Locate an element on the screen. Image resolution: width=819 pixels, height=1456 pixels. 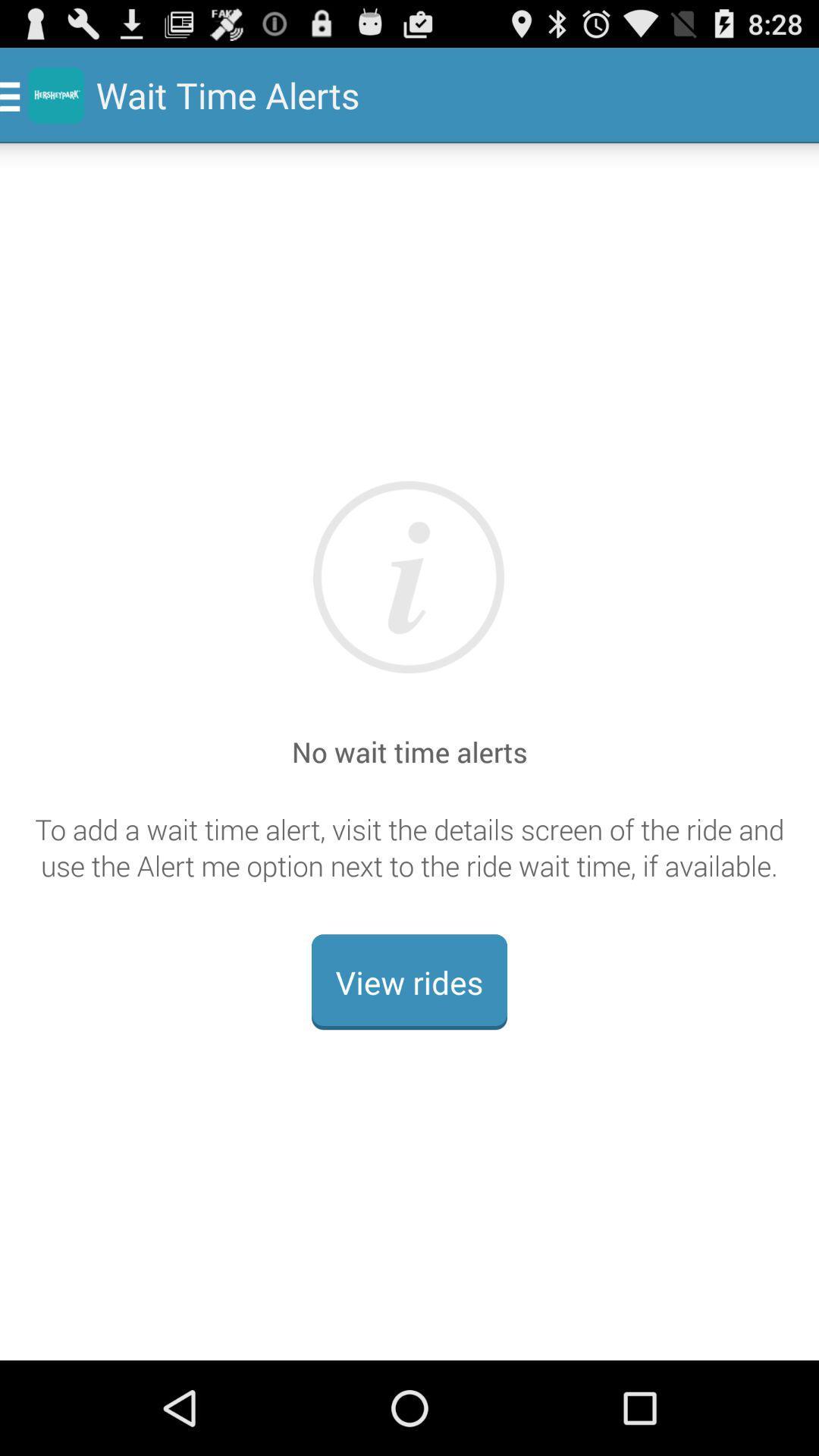
the icon at the bottom is located at coordinates (409, 982).